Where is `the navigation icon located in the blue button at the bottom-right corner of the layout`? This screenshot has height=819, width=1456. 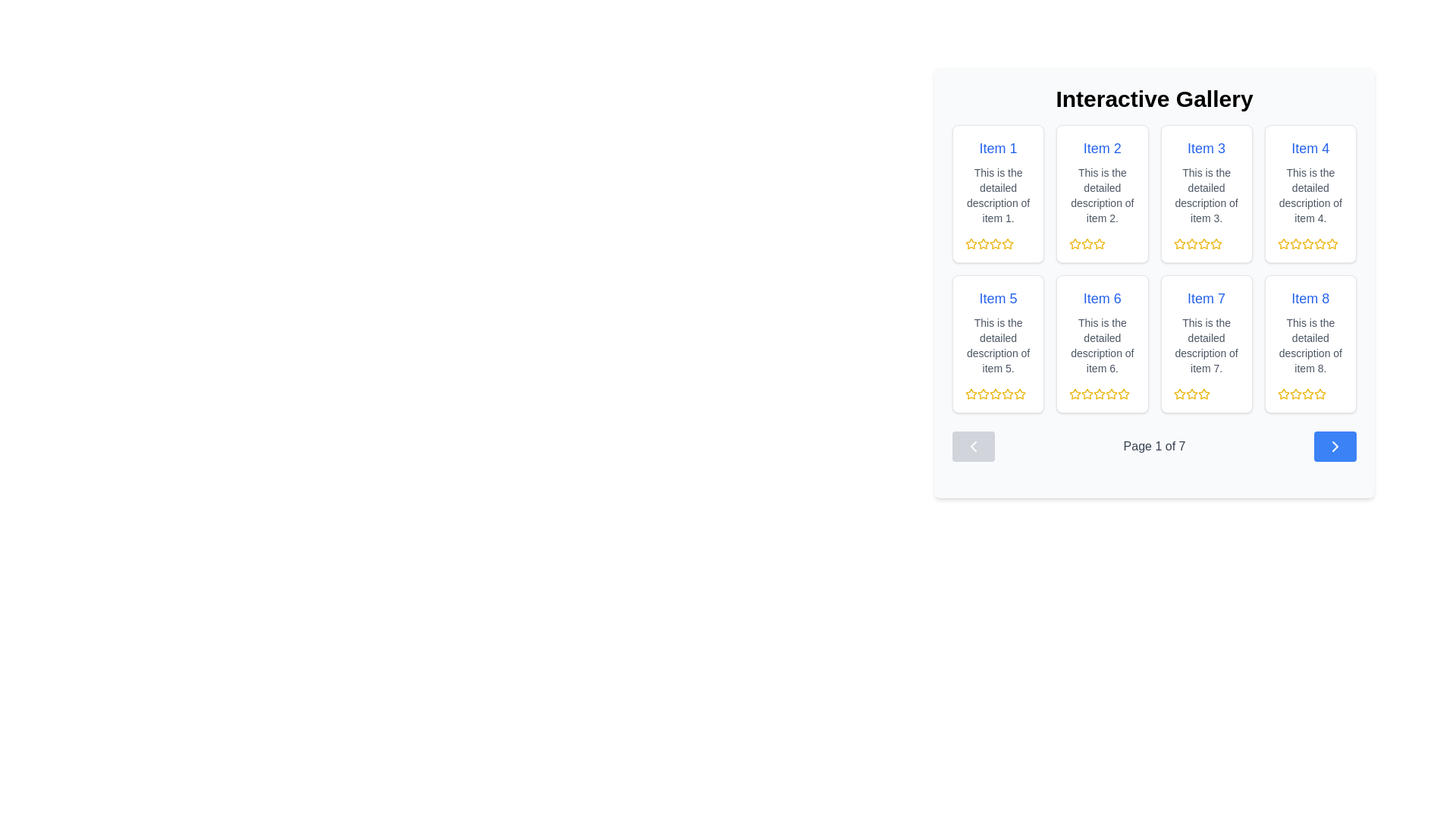 the navigation icon located in the blue button at the bottom-right corner of the layout is located at coordinates (1335, 446).